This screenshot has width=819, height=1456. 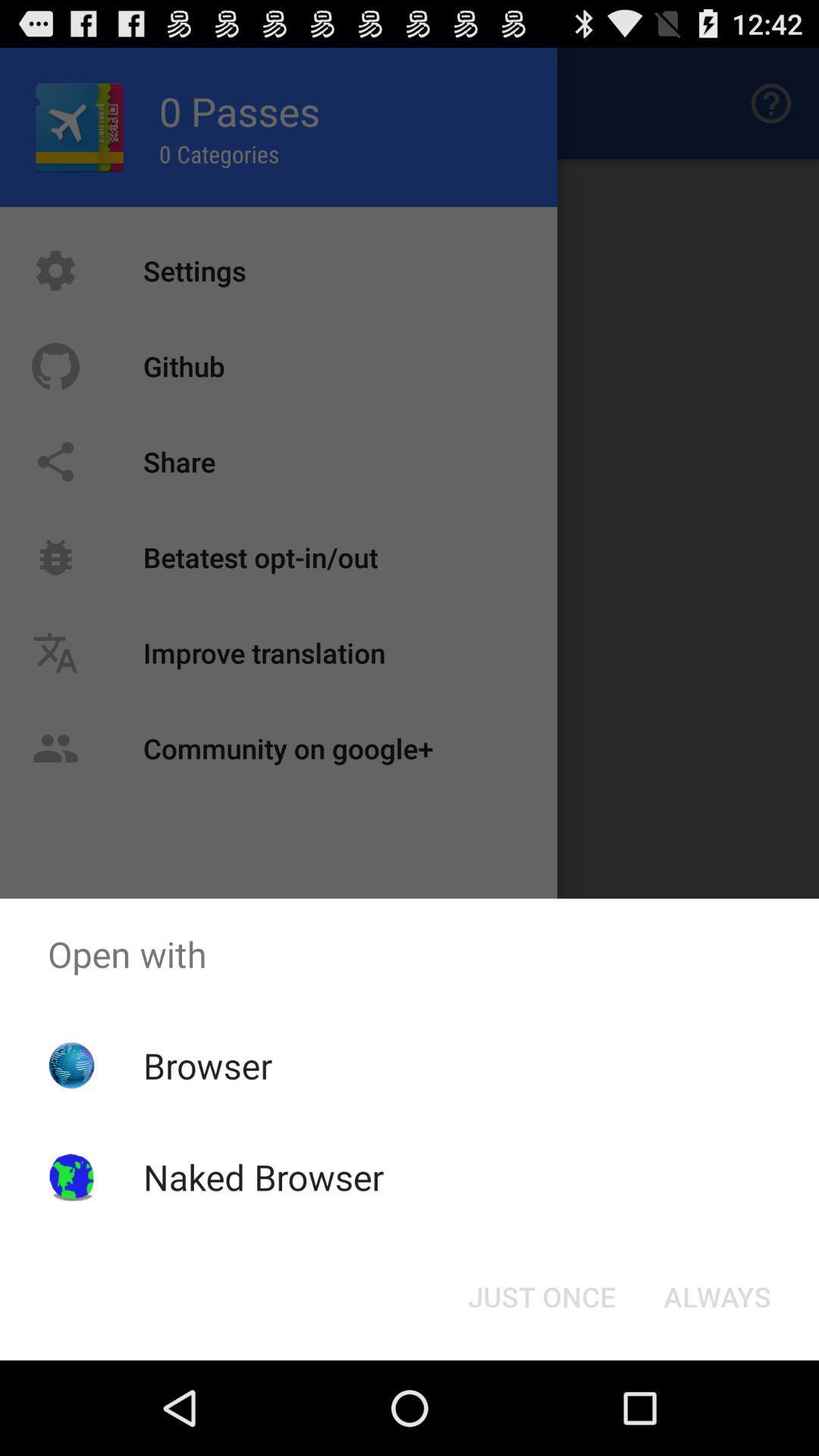 I want to click on button next to the always button, so click(x=541, y=1295).